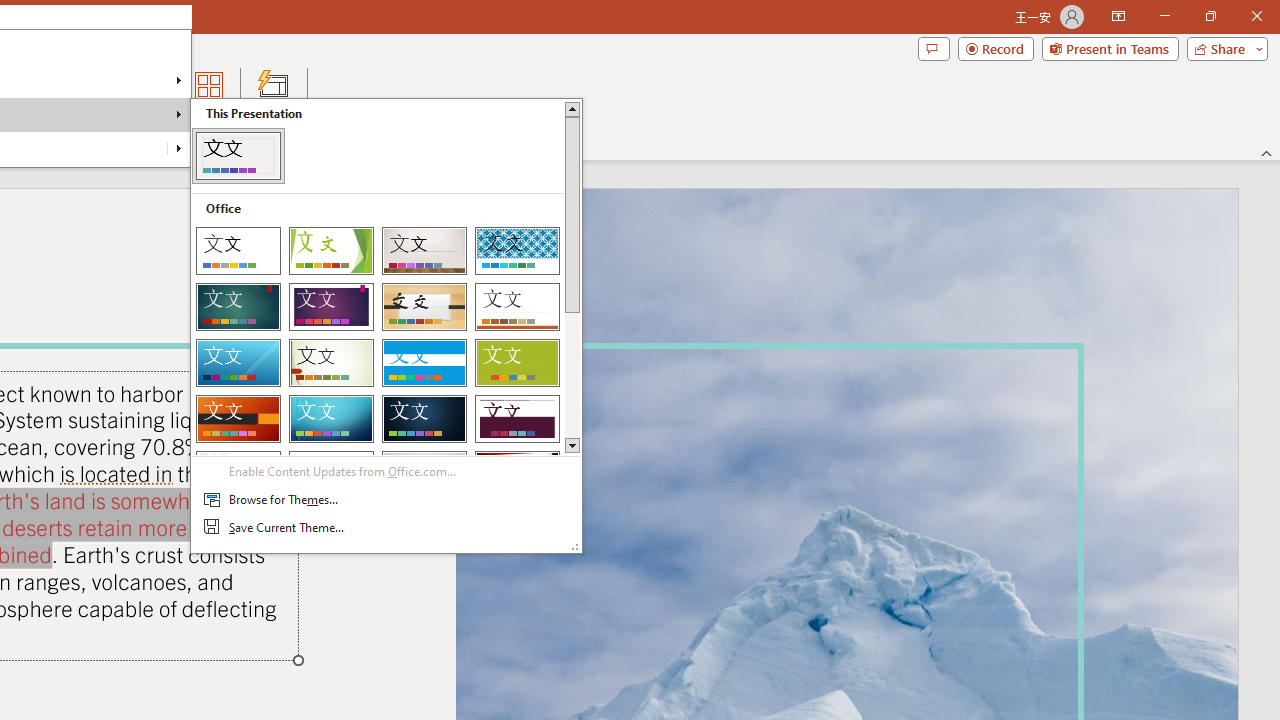  Describe the element at coordinates (51, 77) in the screenshot. I see `'Find...'` at that location.